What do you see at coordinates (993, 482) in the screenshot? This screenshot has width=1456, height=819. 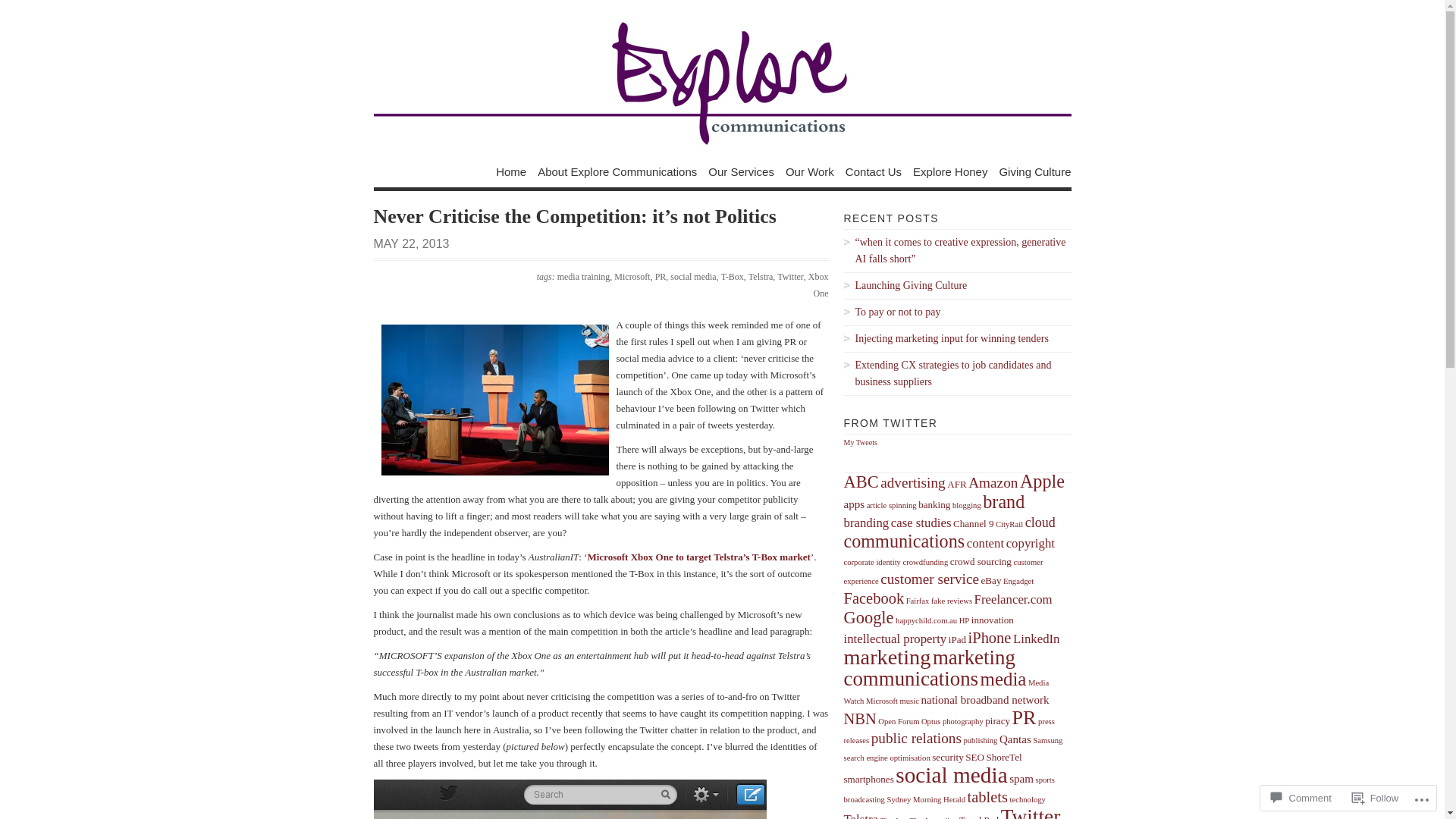 I see `'Amazon'` at bounding box center [993, 482].